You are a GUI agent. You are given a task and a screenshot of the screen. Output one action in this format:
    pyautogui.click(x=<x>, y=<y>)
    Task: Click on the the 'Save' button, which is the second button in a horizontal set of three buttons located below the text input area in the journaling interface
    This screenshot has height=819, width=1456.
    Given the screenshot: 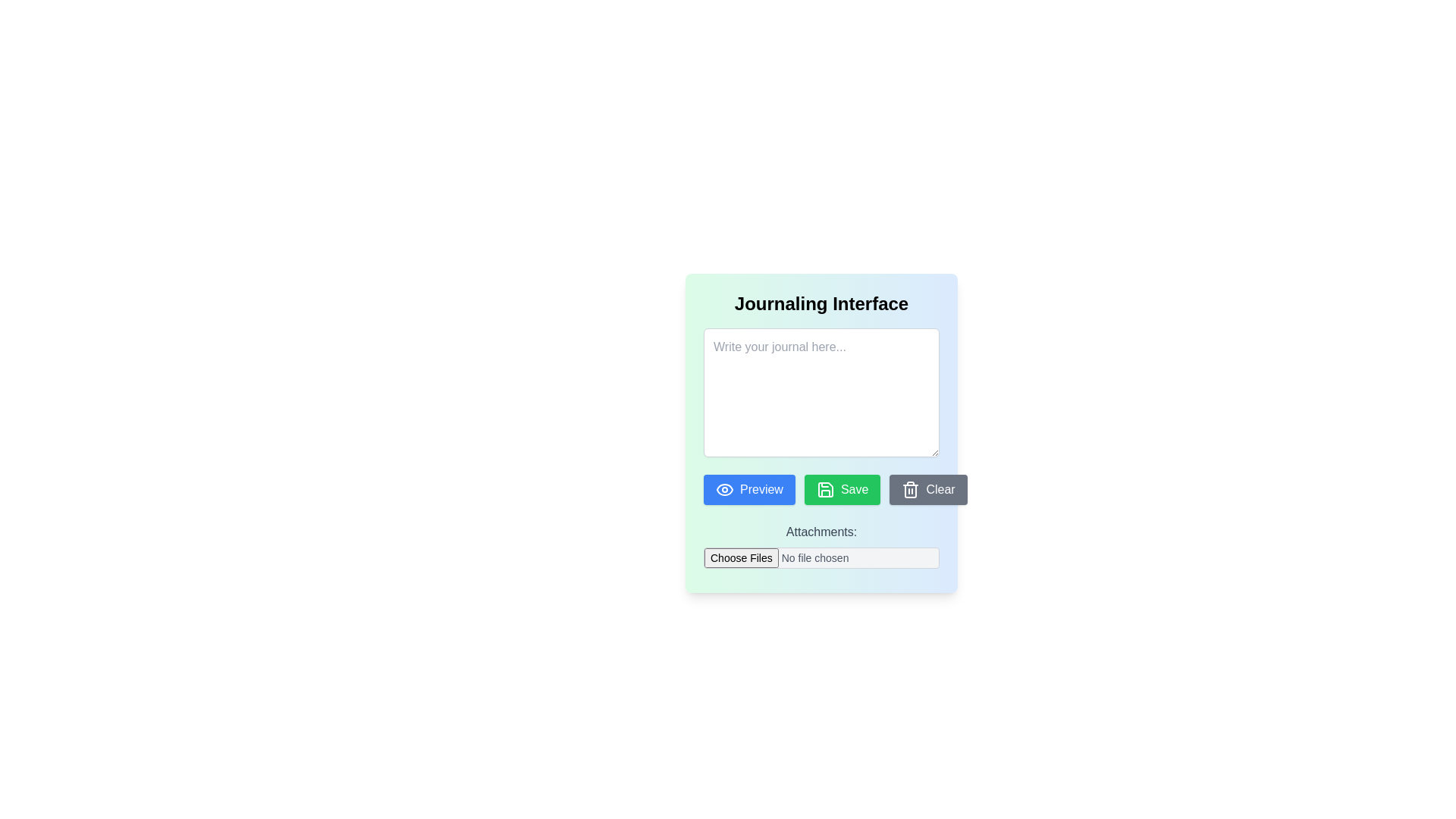 What is the action you would take?
    pyautogui.click(x=821, y=489)
    